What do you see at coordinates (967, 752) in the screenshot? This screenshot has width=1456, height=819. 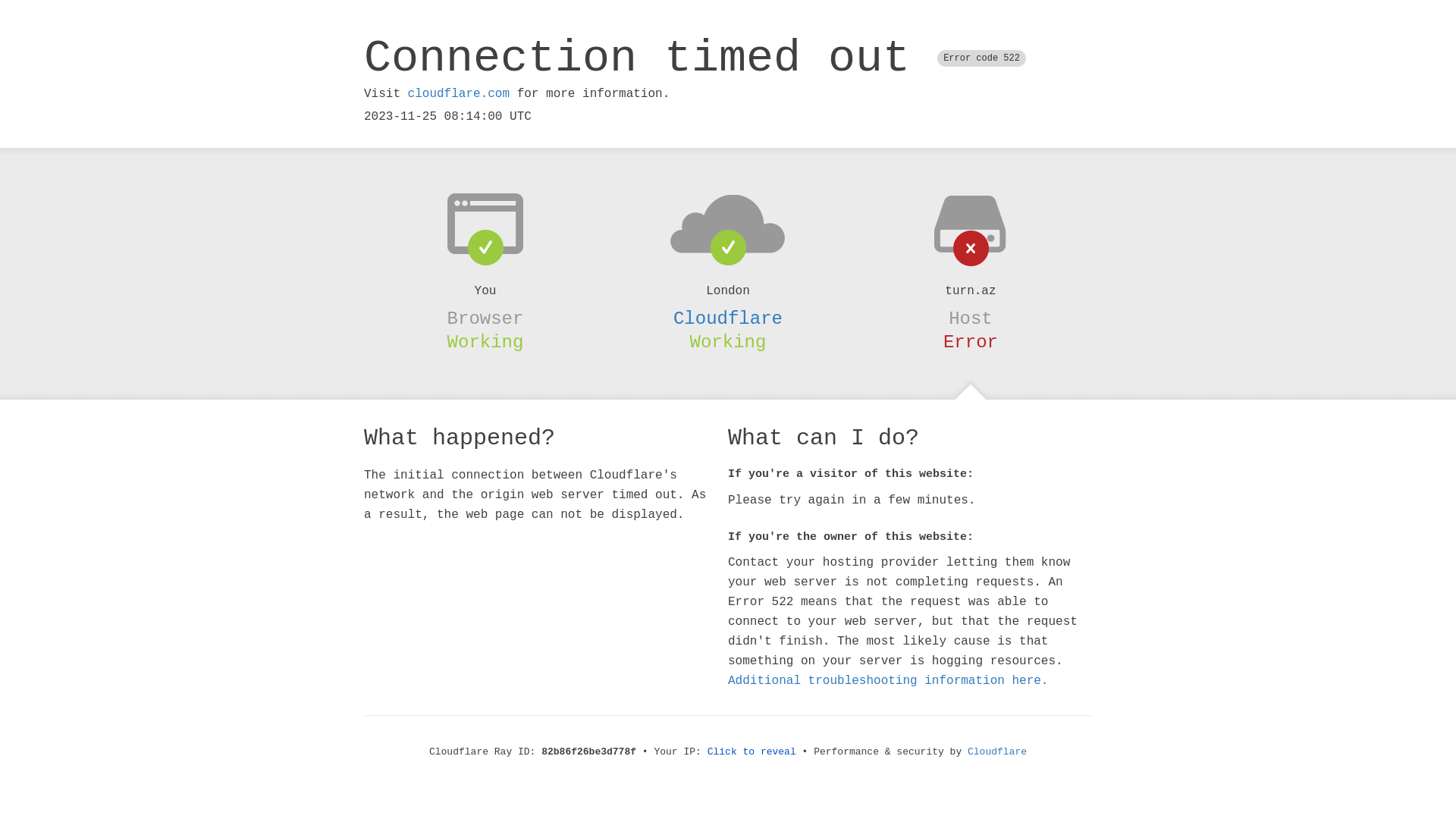 I see `'Cloudflare'` at bounding box center [967, 752].